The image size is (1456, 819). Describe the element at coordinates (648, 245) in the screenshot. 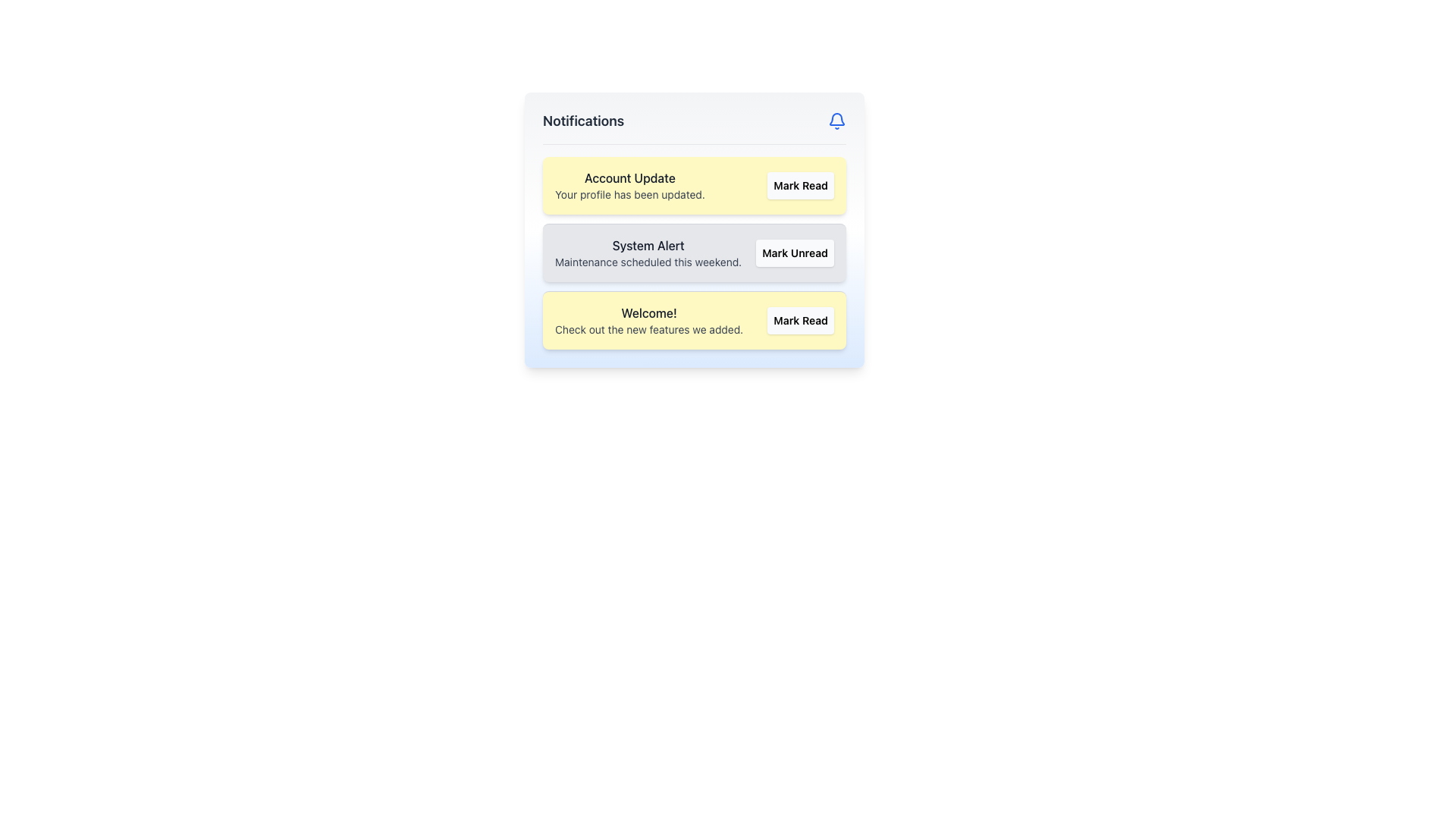

I see `the 'System Alert' text label, which is styled with a medium font weight and grayish-black color, located in the second notification block above the description 'Maintenance scheduled this weekend.'` at that location.